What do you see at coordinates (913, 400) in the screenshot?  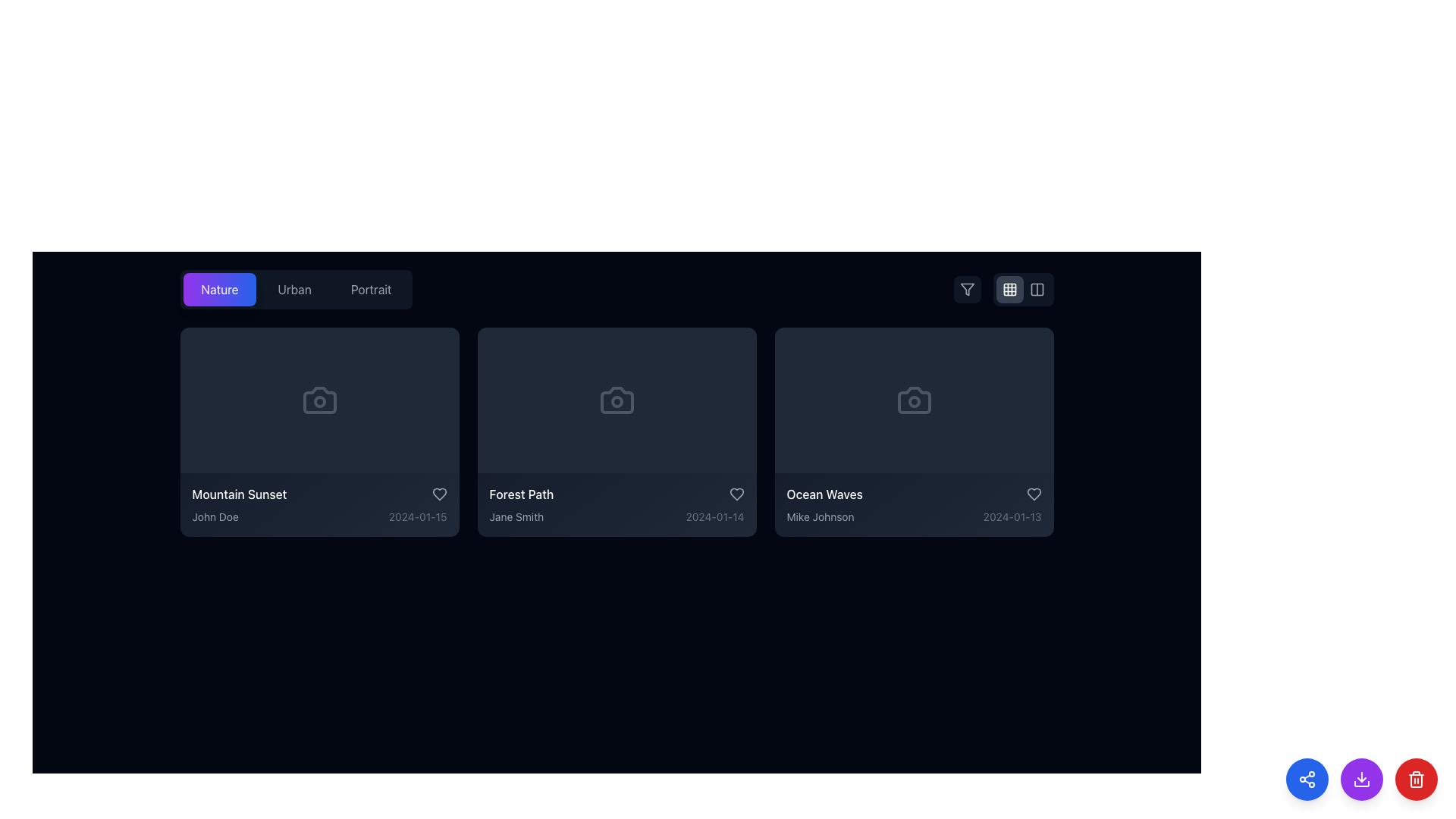 I see `the Icon component representing the camera within the SVG element of the rightmost image card in the 'Nature' category, which enhances the visual understanding of the card's content` at bounding box center [913, 400].